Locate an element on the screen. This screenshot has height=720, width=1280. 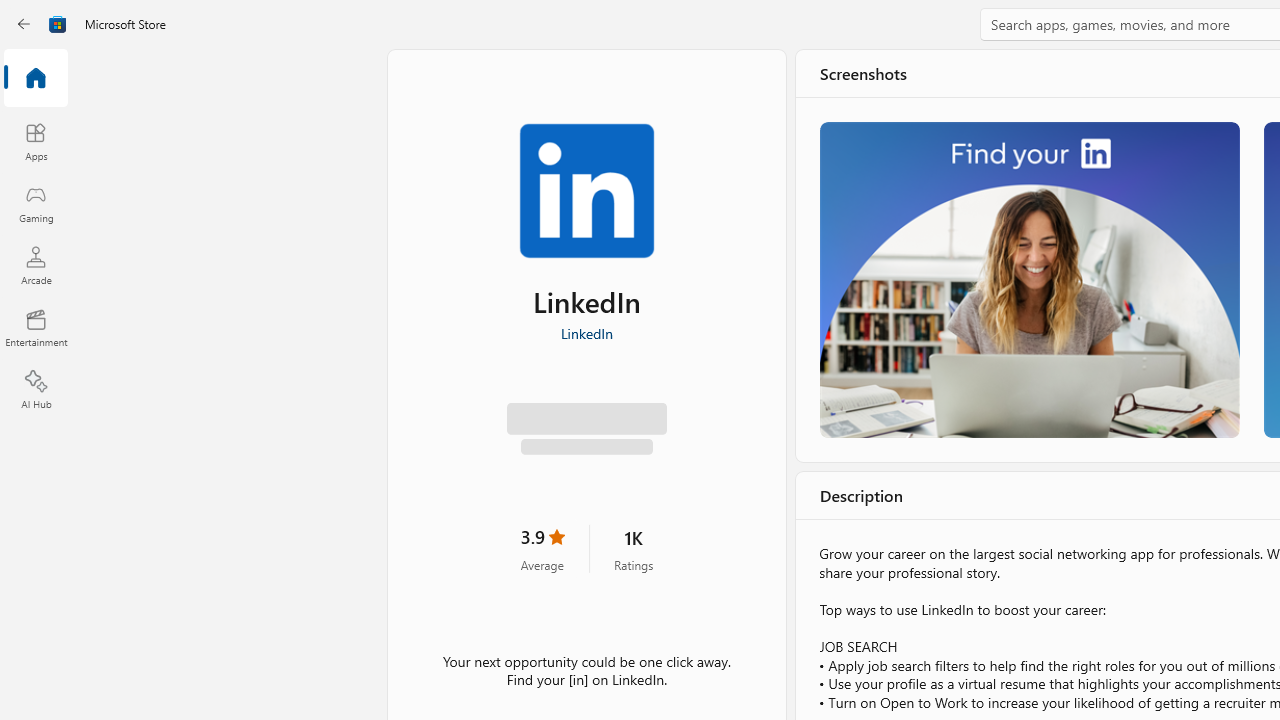
'Get' is located at coordinates (585, 424).